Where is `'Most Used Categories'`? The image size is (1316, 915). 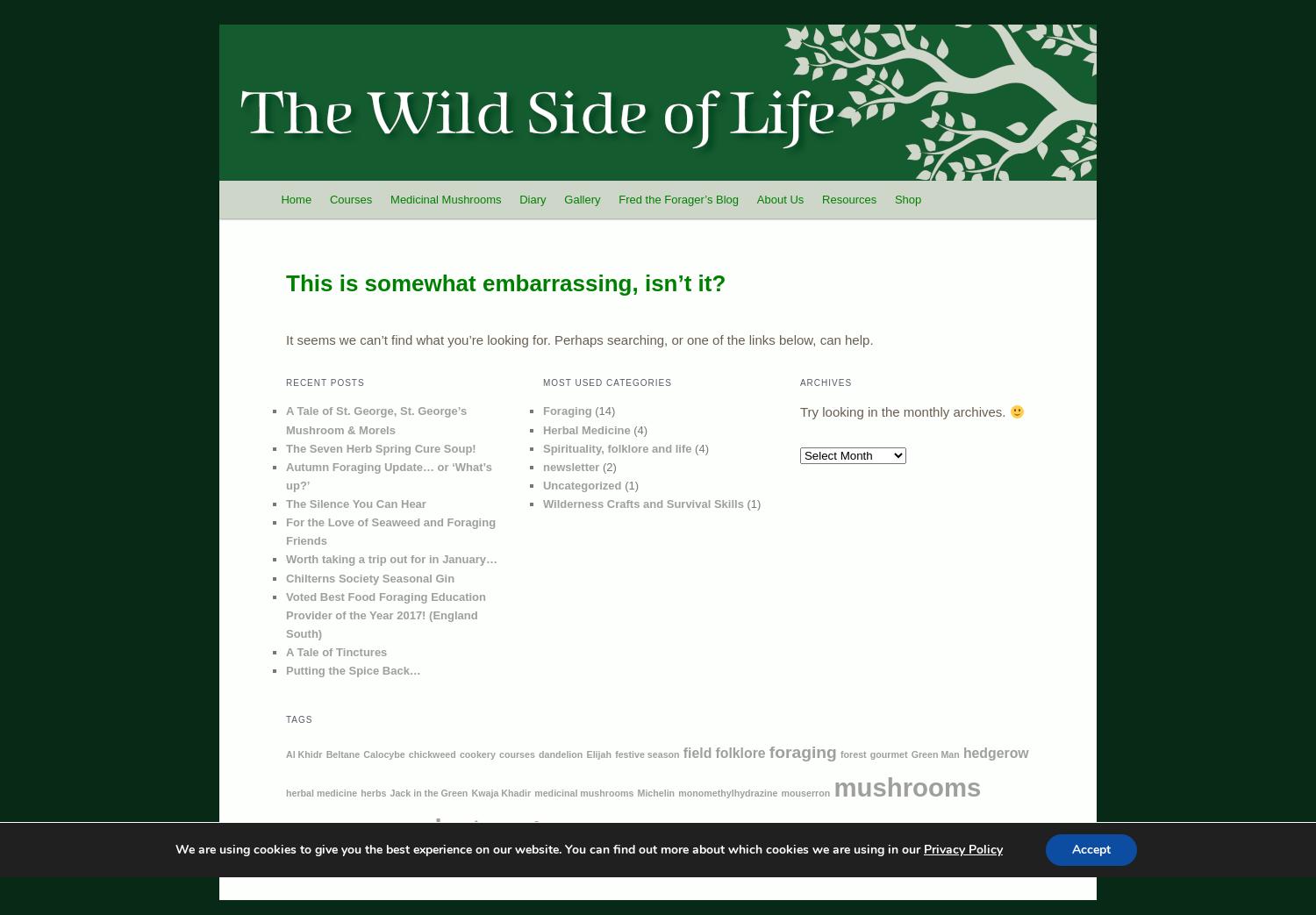
'Most Used Categories' is located at coordinates (605, 382).